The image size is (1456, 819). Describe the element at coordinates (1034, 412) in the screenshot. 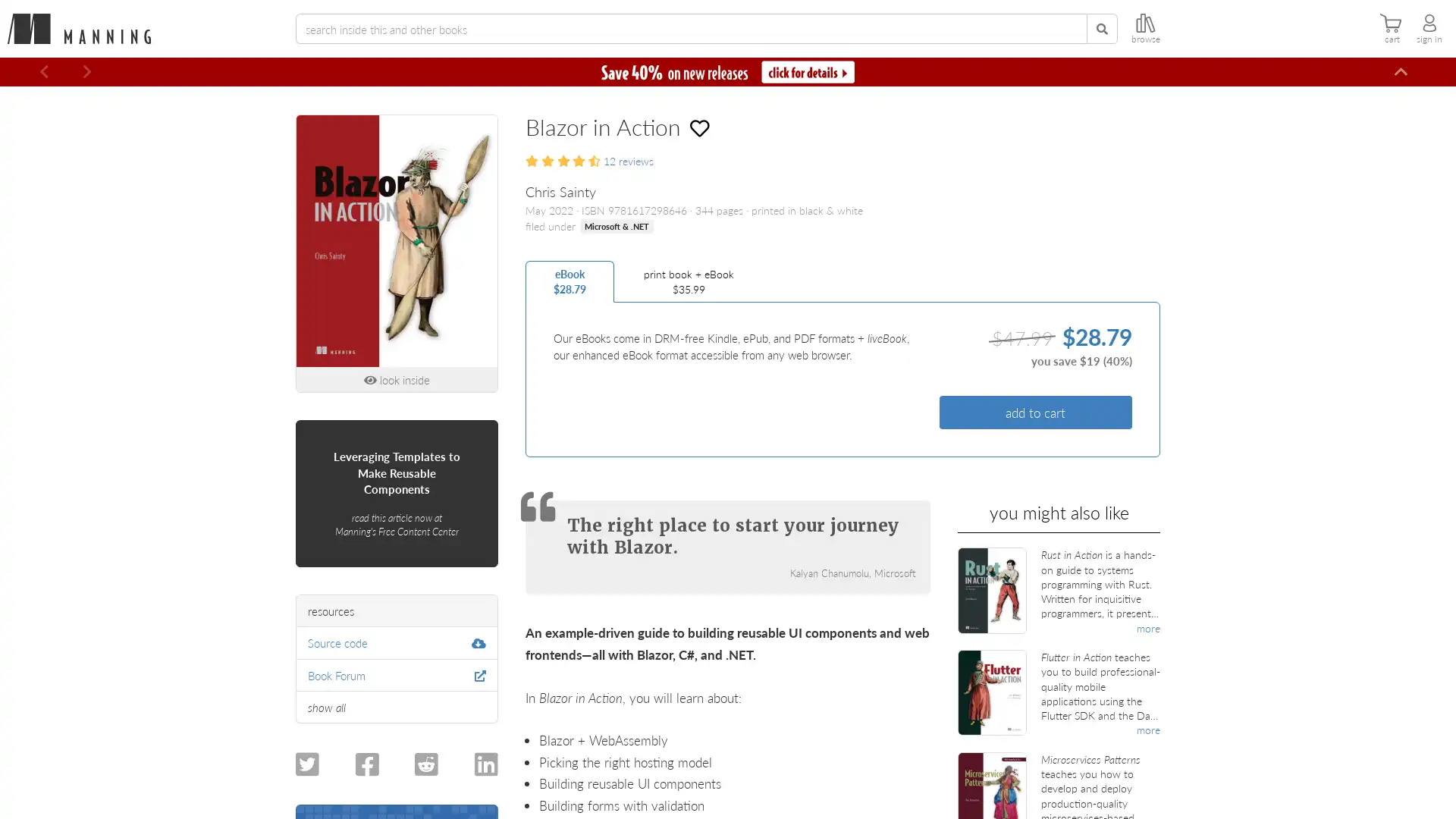

I see `add to cart` at that location.